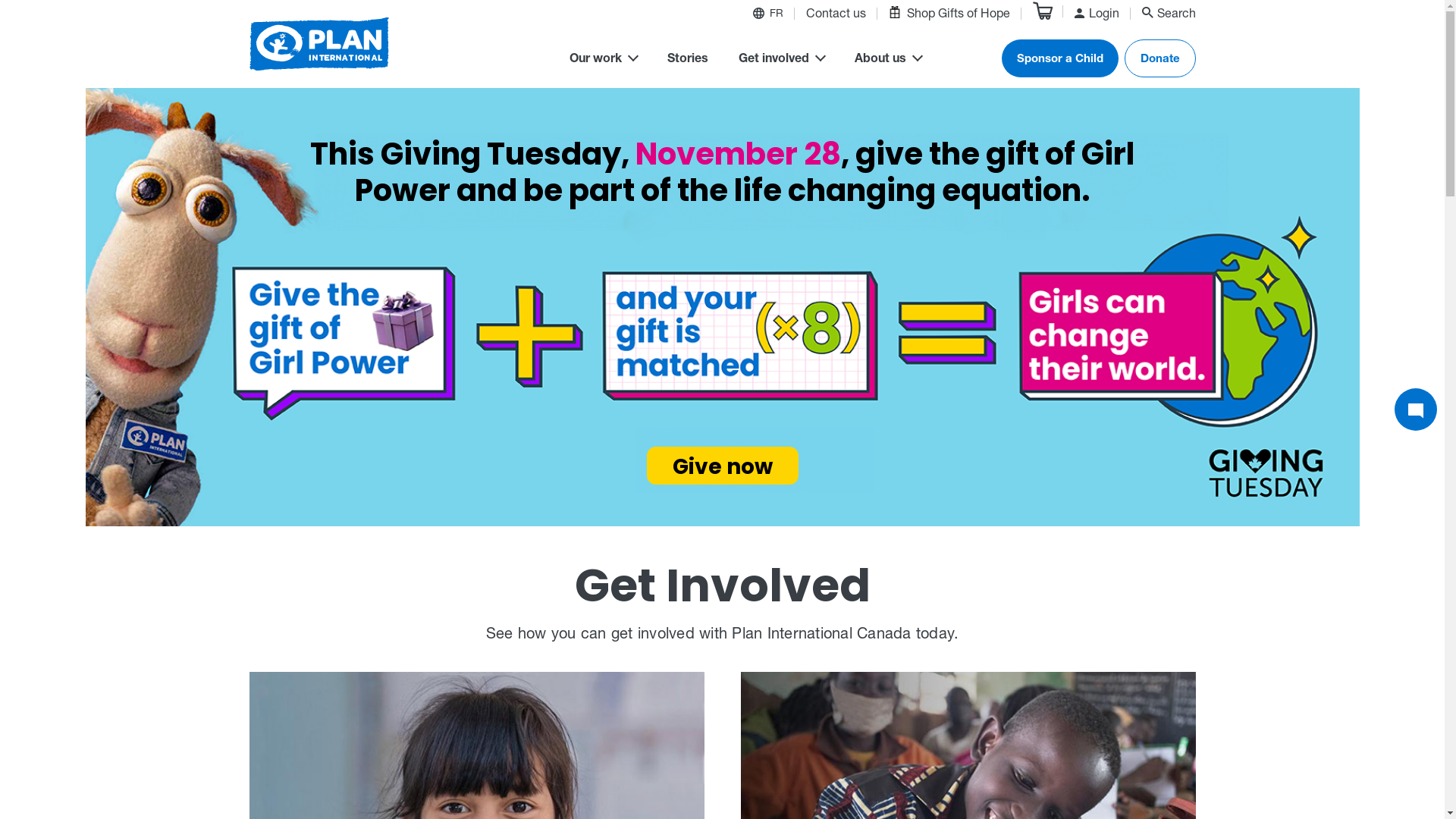  I want to click on 'Donate', so click(1159, 58).